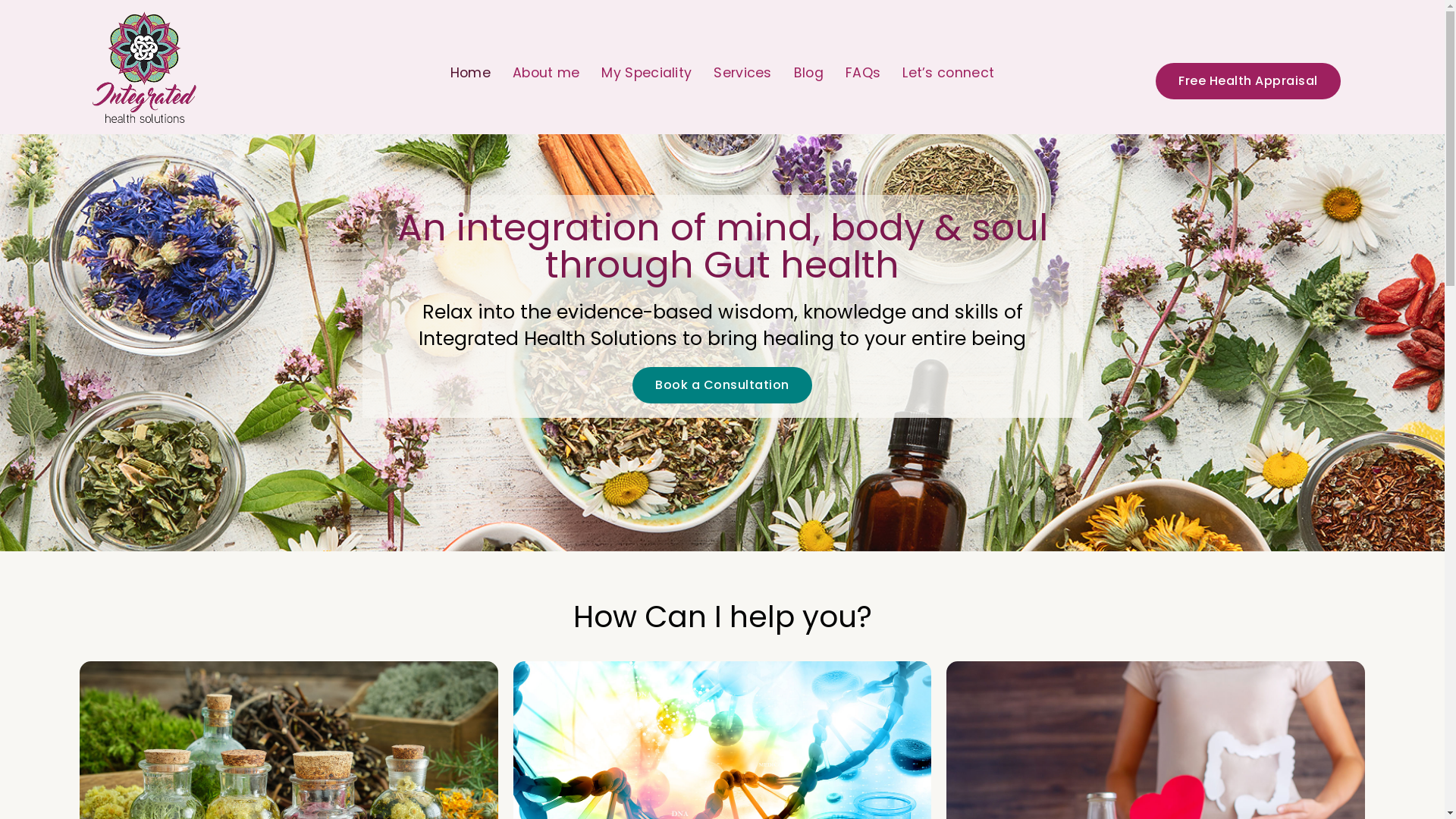 Image resolution: width=1456 pixels, height=819 pixels. Describe the element at coordinates (632, 384) in the screenshot. I see `'Book a Consultation'` at that location.